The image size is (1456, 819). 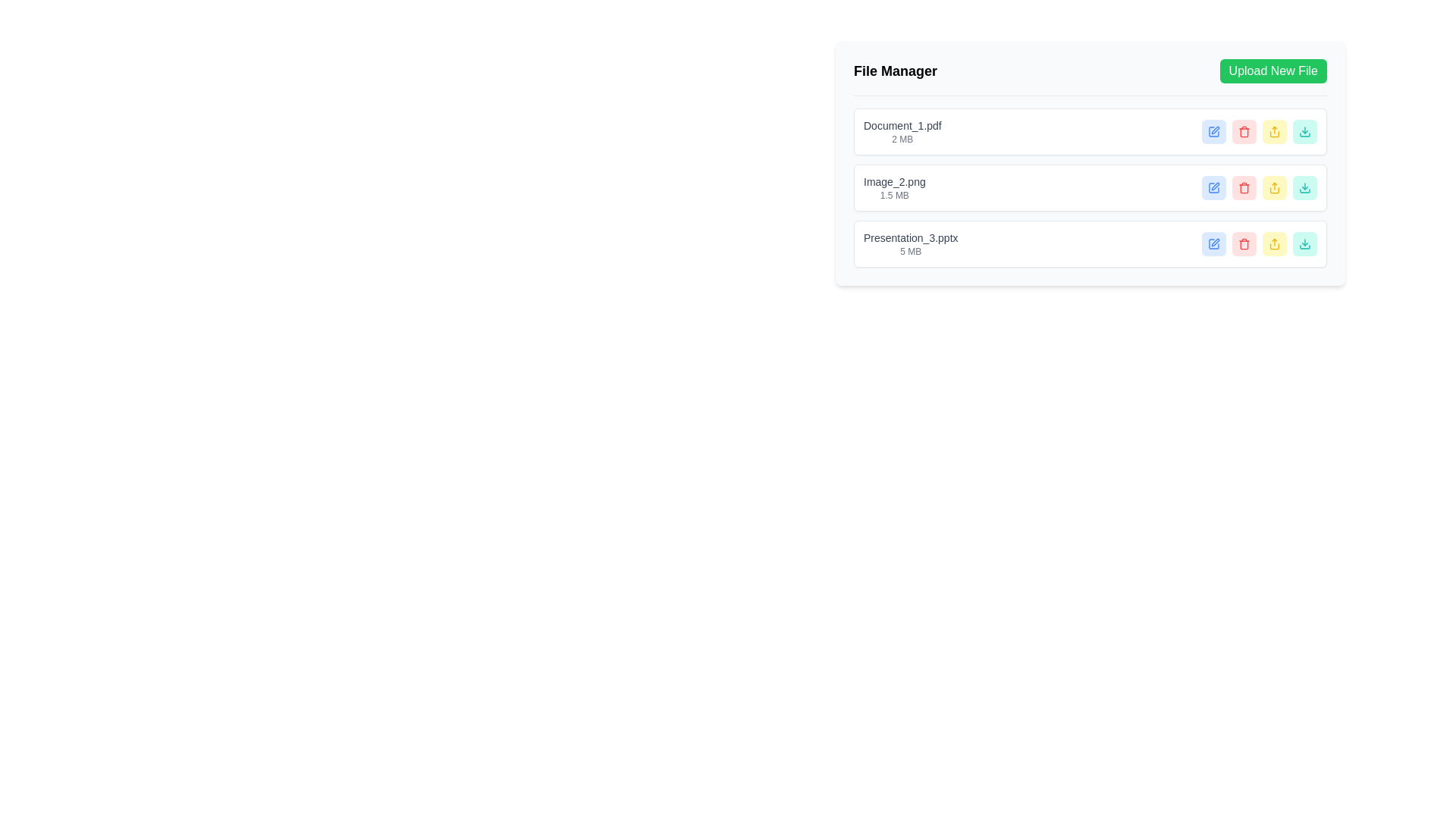 I want to click on the download button for the file 'Presentation_3.pptx' located in the 'File Manager' interface, positioned on the right side of the third file entry, so click(x=1304, y=187).